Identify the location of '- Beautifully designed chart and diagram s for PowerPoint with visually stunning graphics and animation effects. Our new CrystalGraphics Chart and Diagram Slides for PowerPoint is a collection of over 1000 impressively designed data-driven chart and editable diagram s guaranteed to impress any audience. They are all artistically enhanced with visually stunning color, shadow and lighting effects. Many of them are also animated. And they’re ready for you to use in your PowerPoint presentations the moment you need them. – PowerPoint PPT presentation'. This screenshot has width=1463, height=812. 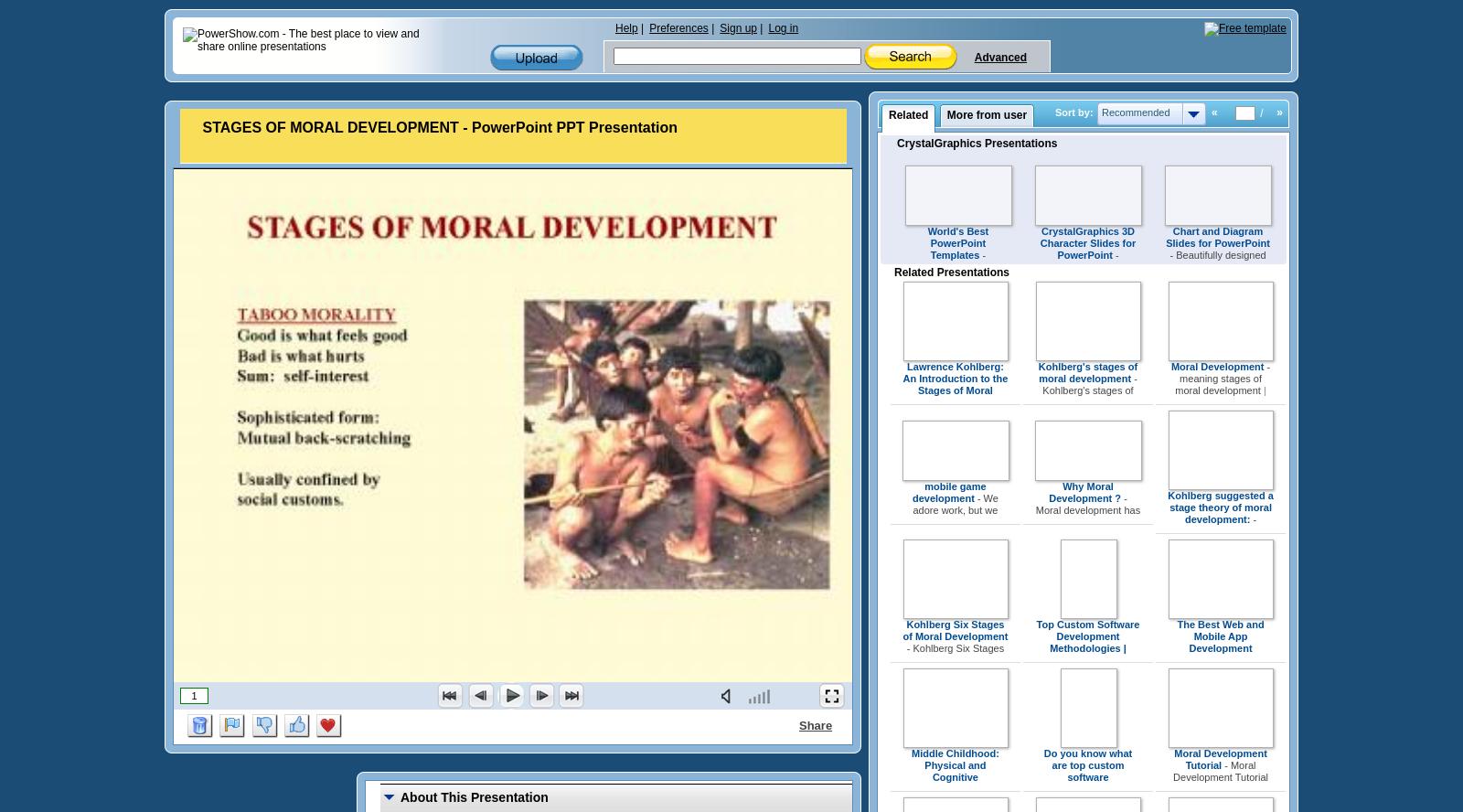
(1216, 409).